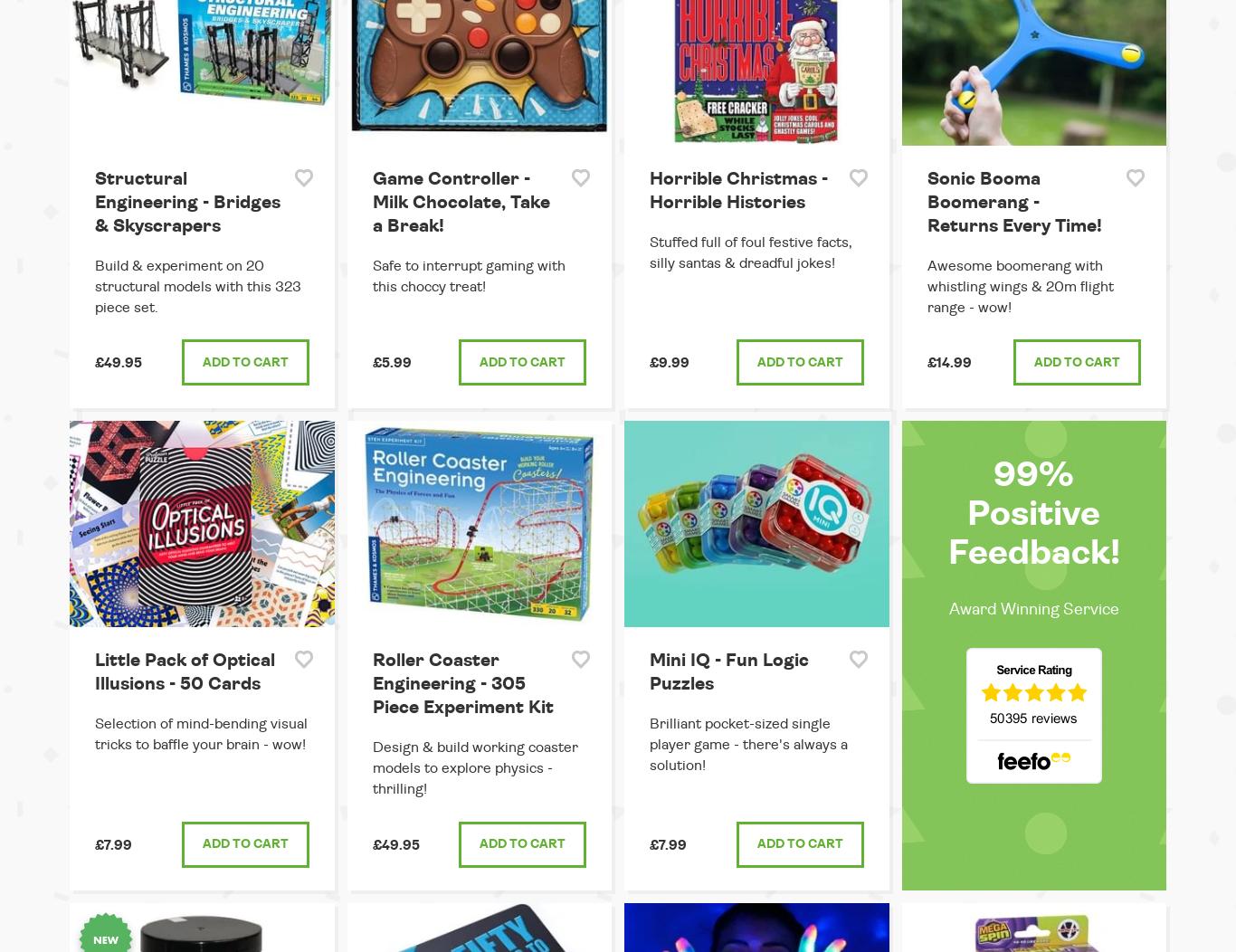  What do you see at coordinates (474, 766) in the screenshot?
I see `'Design & build working coaster models to explore physics - thrilling!'` at bounding box center [474, 766].